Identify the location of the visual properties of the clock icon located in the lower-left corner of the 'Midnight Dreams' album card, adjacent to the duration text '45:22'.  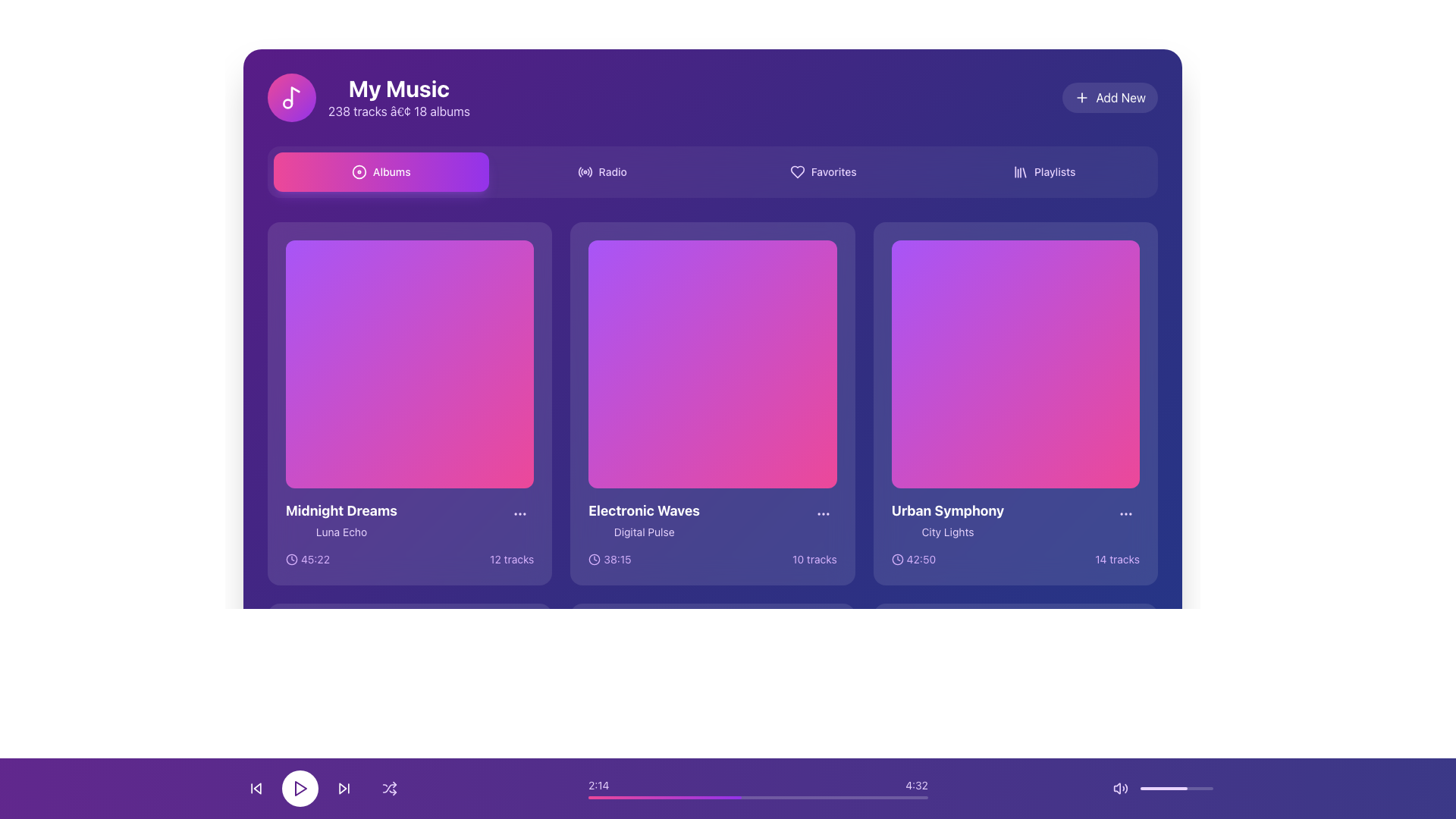
(291, 559).